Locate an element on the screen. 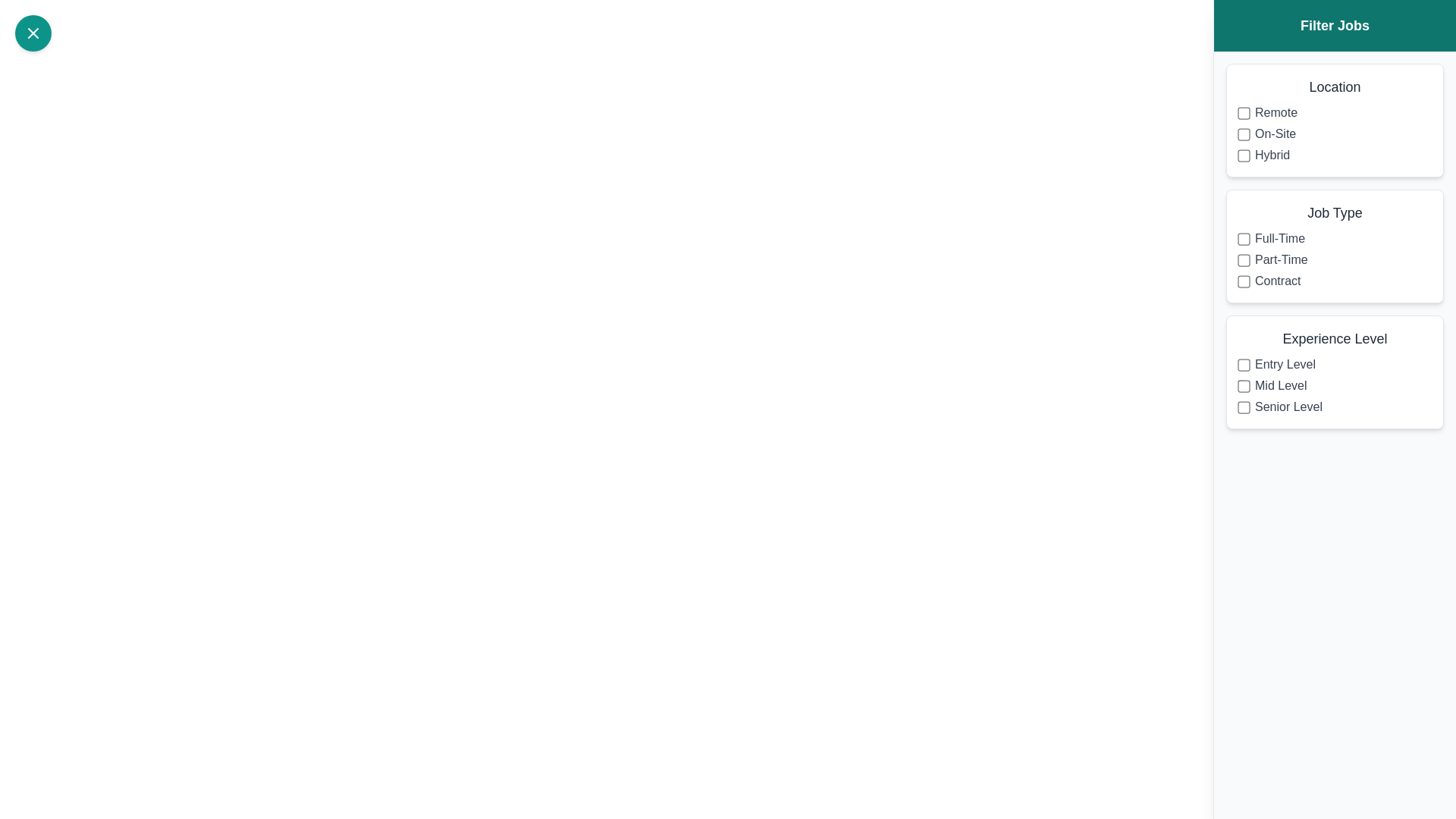 The image size is (1456, 819). the filter option Contract is located at coordinates (1244, 281).